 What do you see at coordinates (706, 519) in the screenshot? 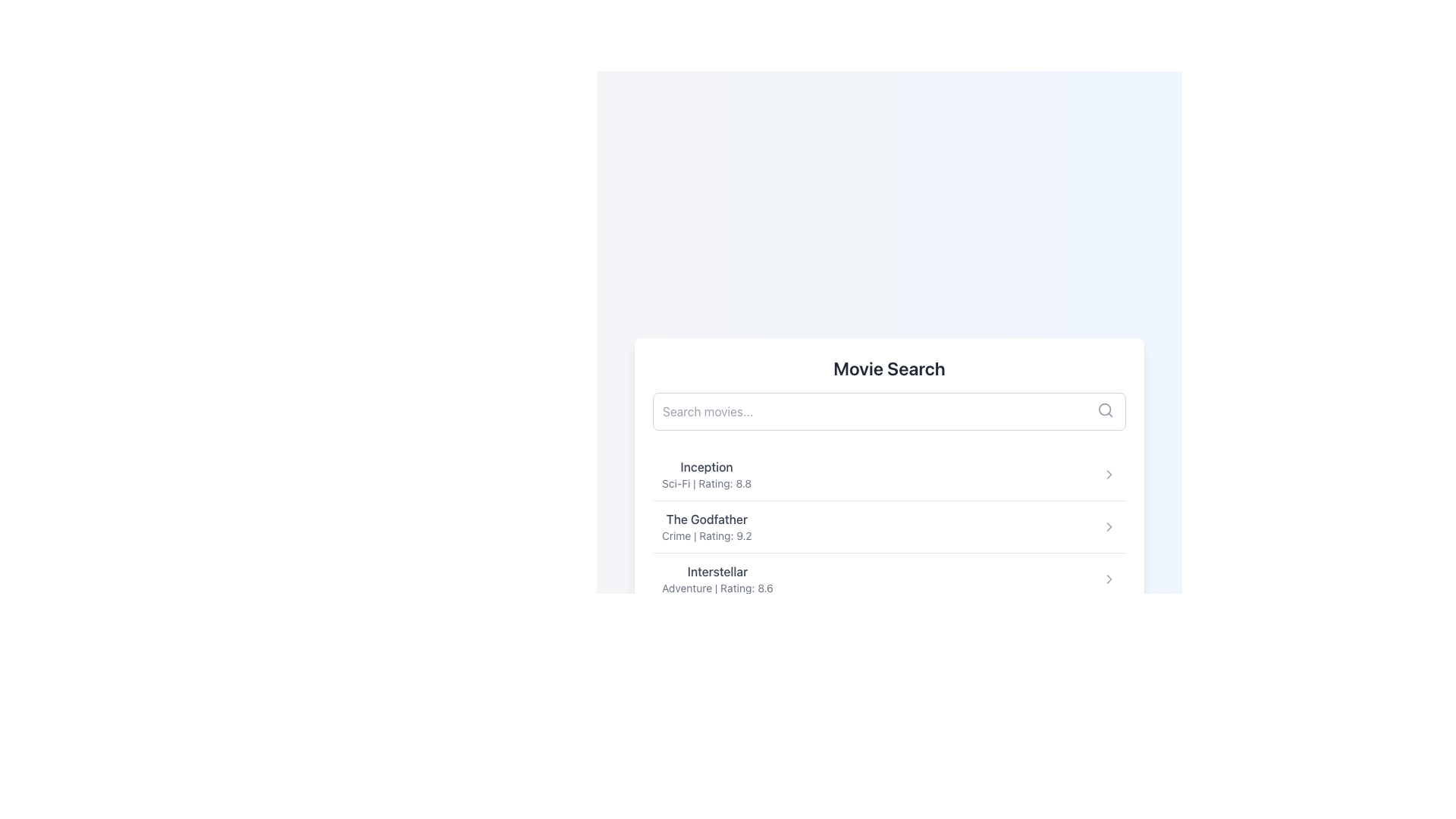
I see `the text label displaying the title 'The Godfather', which is located at the top of the second movie's box in the 'Movie Search' section` at bounding box center [706, 519].